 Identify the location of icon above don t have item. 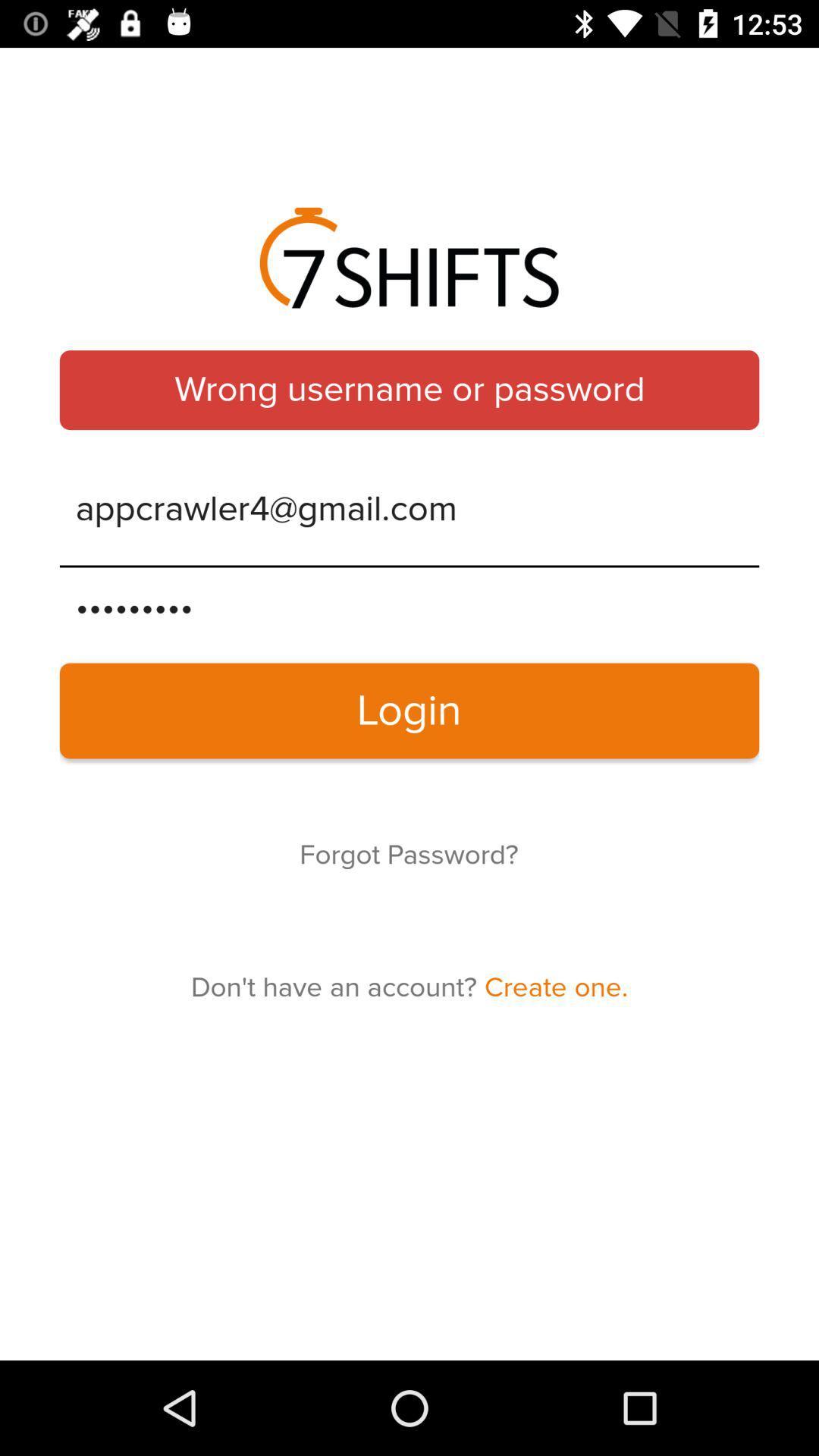
(408, 855).